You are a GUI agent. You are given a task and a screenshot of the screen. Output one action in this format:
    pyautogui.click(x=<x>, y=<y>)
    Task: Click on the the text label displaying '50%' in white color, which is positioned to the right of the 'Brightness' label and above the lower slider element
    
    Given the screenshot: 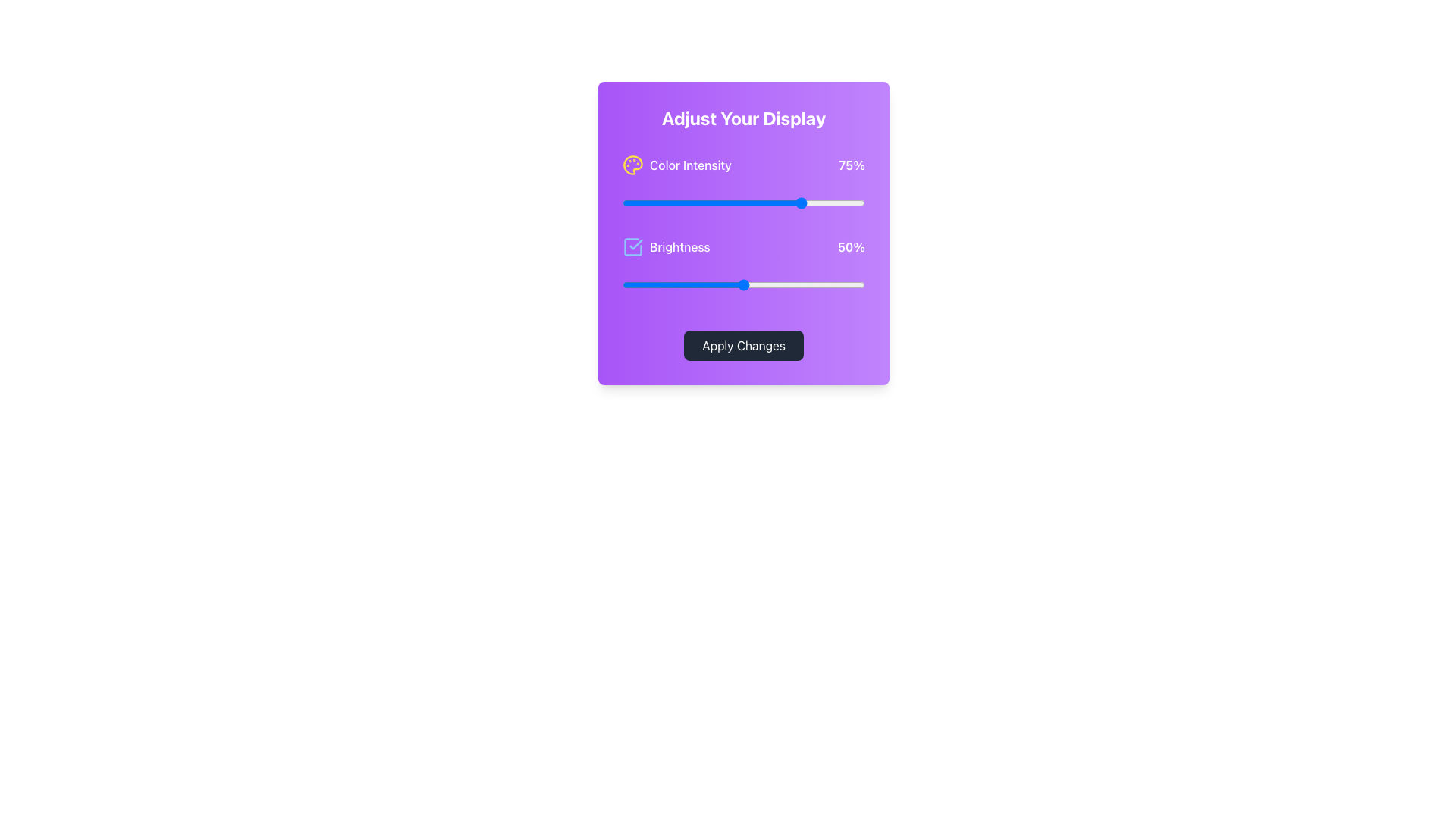 What is the action you would take?
    pyautogui.click(x=852, y=246)
    